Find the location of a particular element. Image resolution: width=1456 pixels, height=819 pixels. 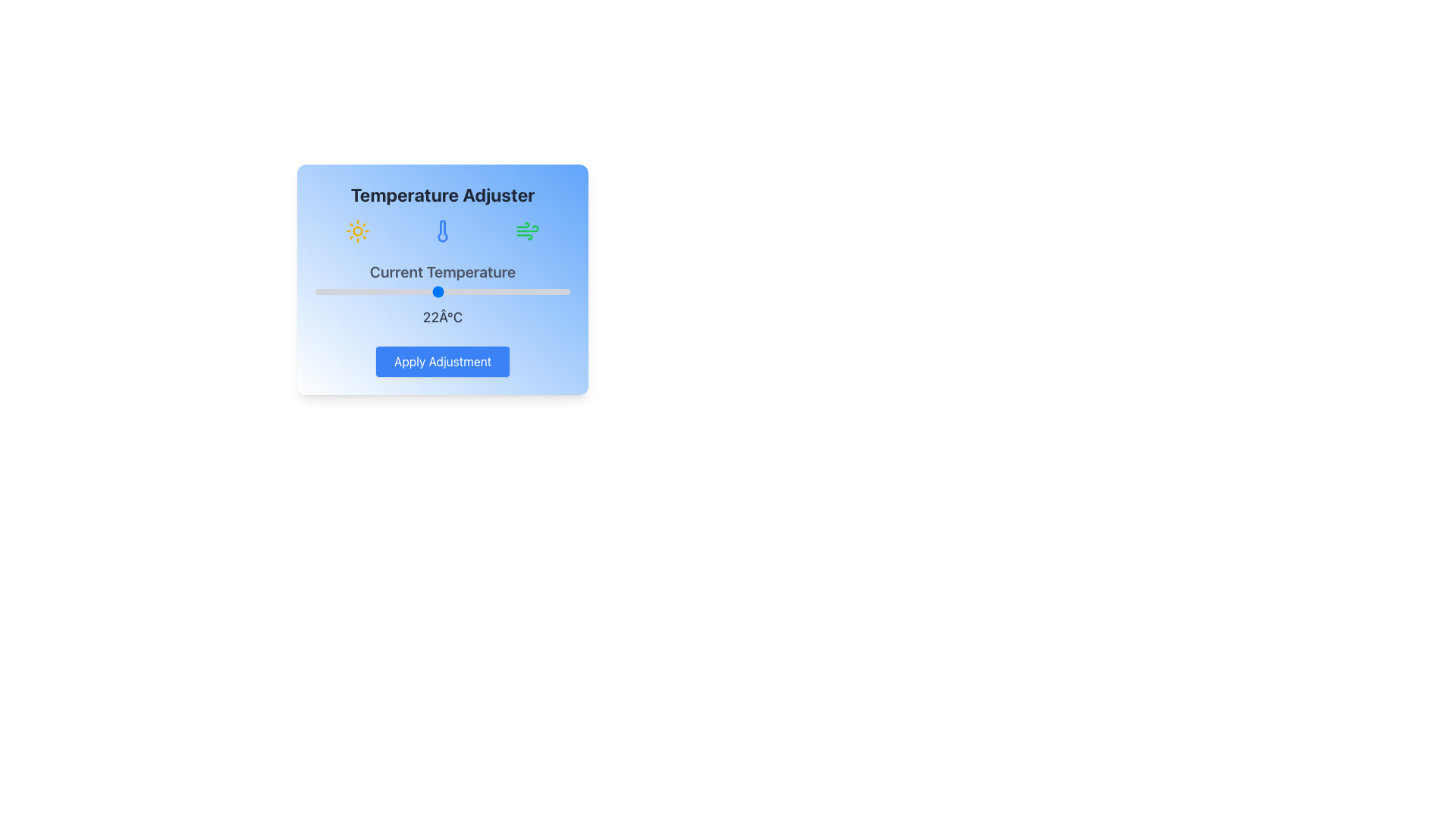

the small filled circle at the center of the sun-like icon in the Temperature Adjuster interface, which is located next to the thermometer and wind icon is located at coordinates (356, 231).